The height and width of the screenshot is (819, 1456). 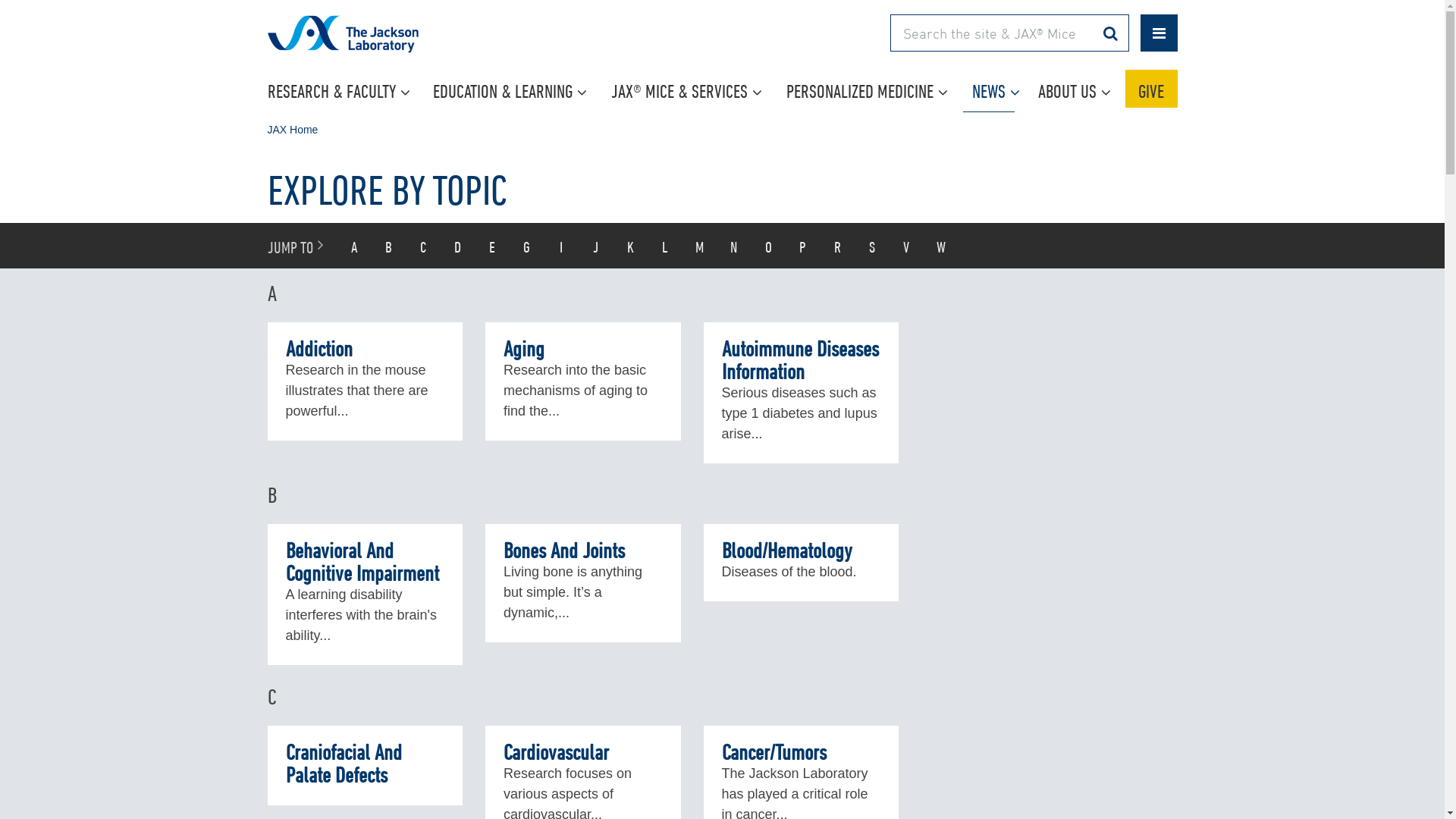 What do you see at coordinates (292, 128) in the screenshot?
I see `'JAX Home'` at bounding box center [292, 128].